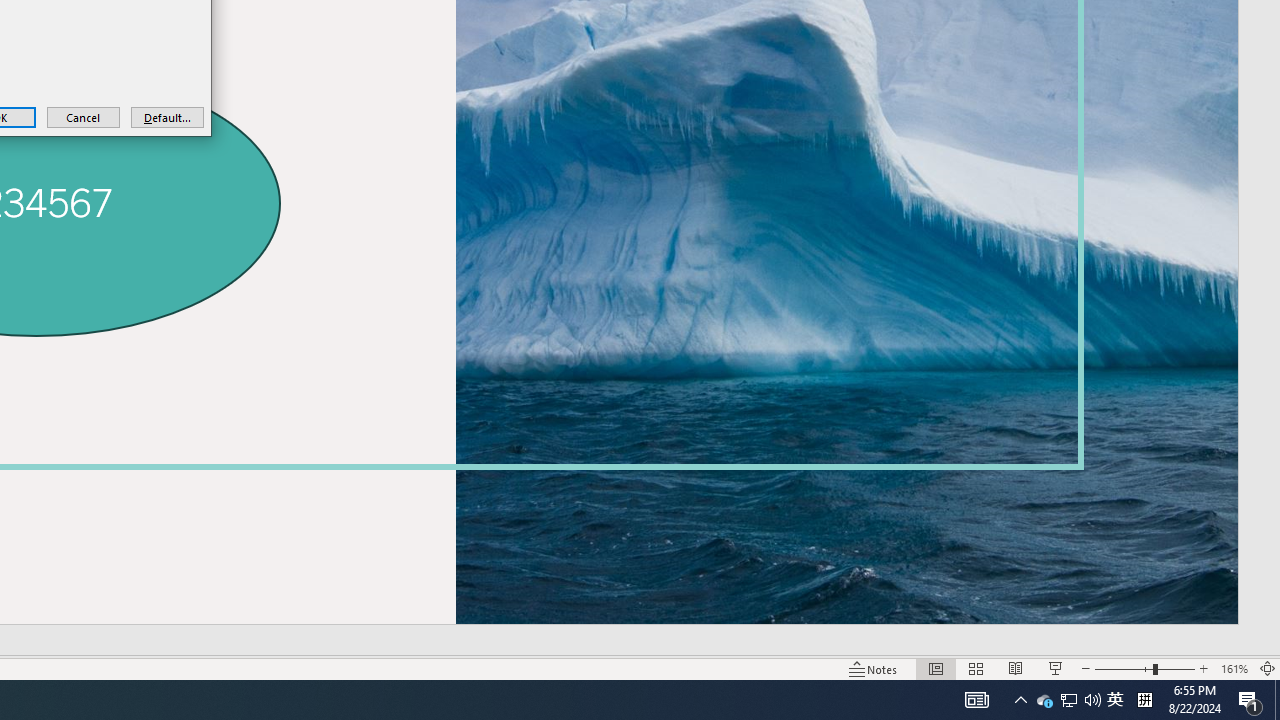 The height and width of the screenshot is (720, 1280). I want to click on 'AutomationID: 4105', so click(977, 698).